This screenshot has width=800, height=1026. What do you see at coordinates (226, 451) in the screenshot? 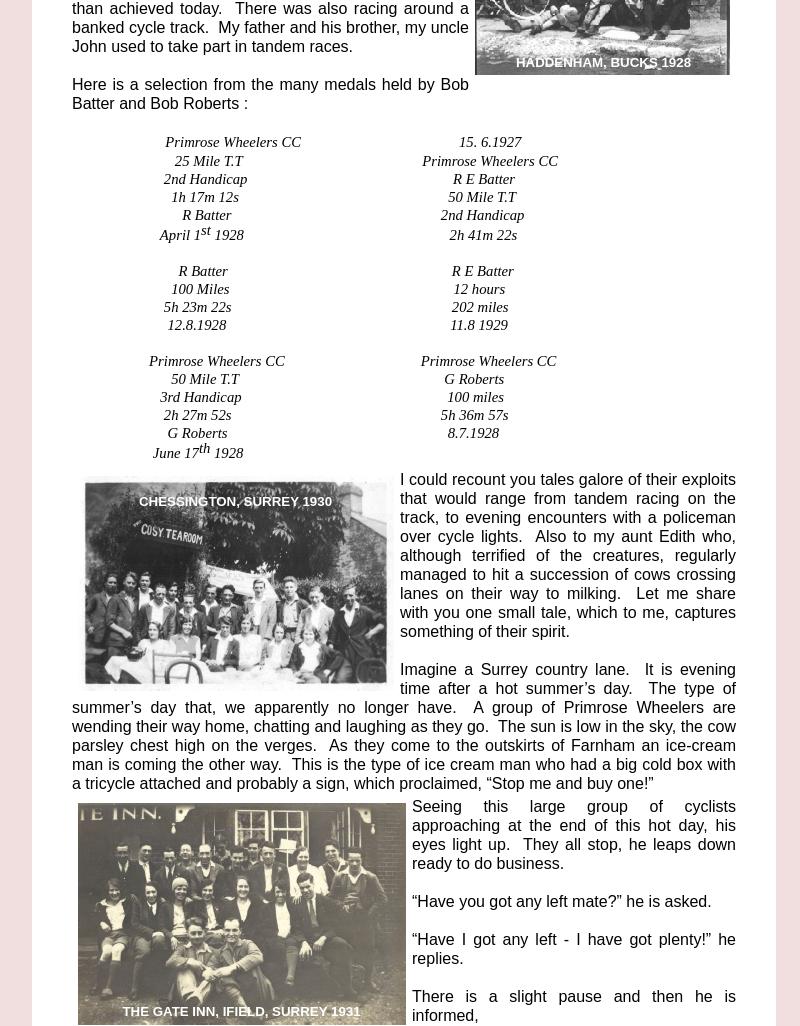
I see `'1928'` at bounding box center [226, 451].